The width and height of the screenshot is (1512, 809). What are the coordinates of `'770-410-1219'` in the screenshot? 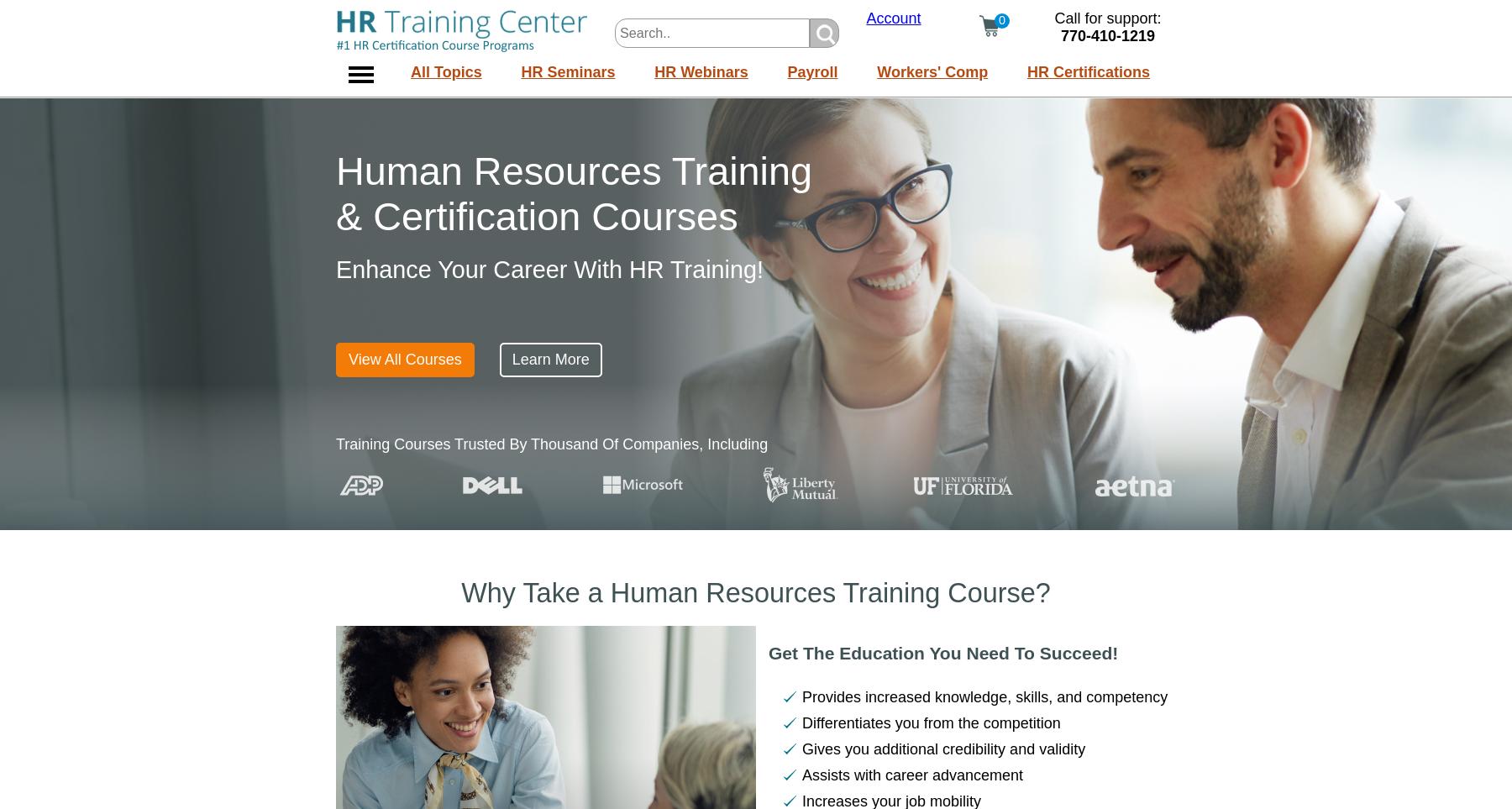 It's located at (1107, 35).